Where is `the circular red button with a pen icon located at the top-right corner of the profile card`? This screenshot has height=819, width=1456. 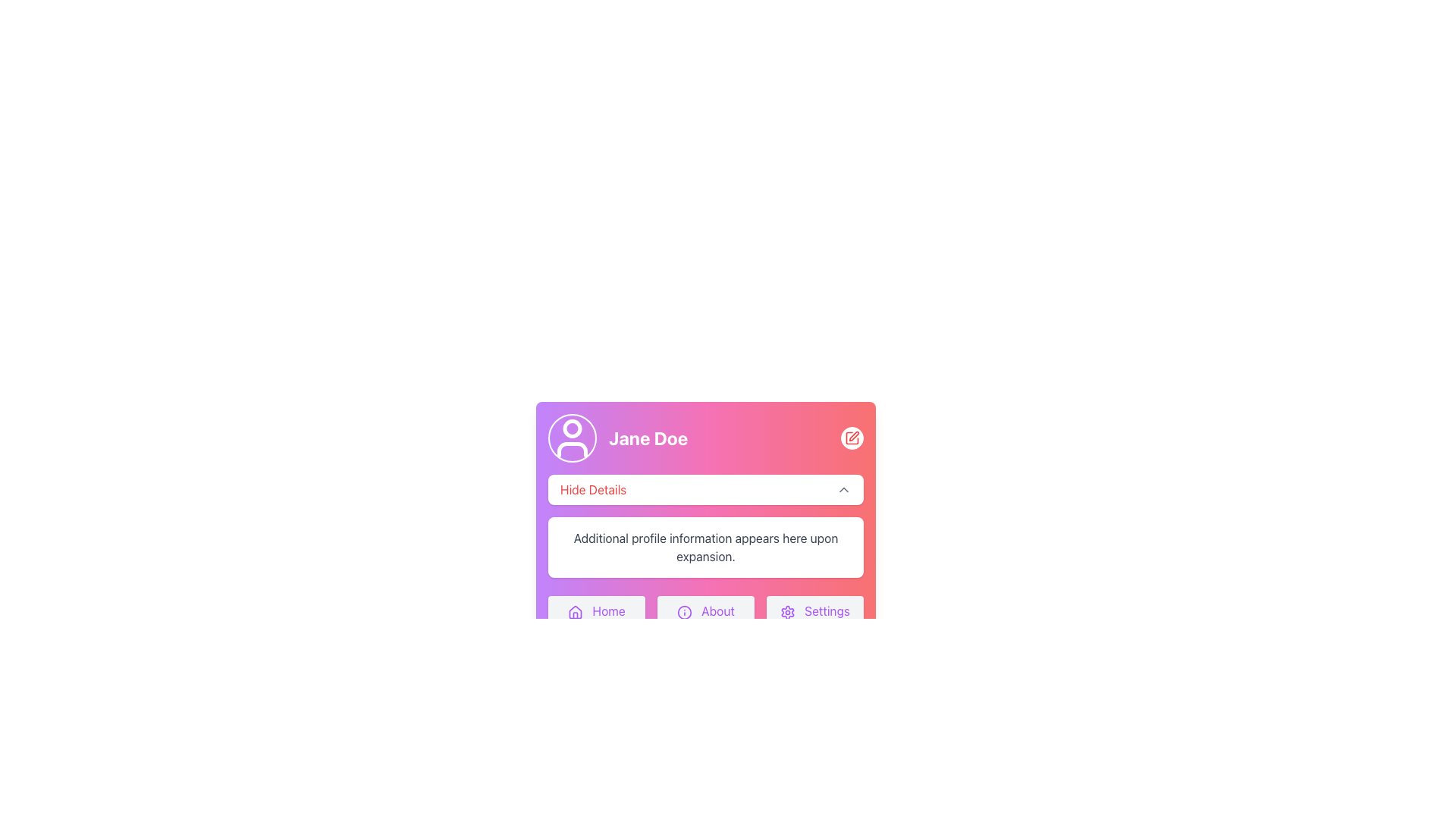
the circular red button with a pen icon located at the top-right corner of the profile card is located at coordinates (852, 438).